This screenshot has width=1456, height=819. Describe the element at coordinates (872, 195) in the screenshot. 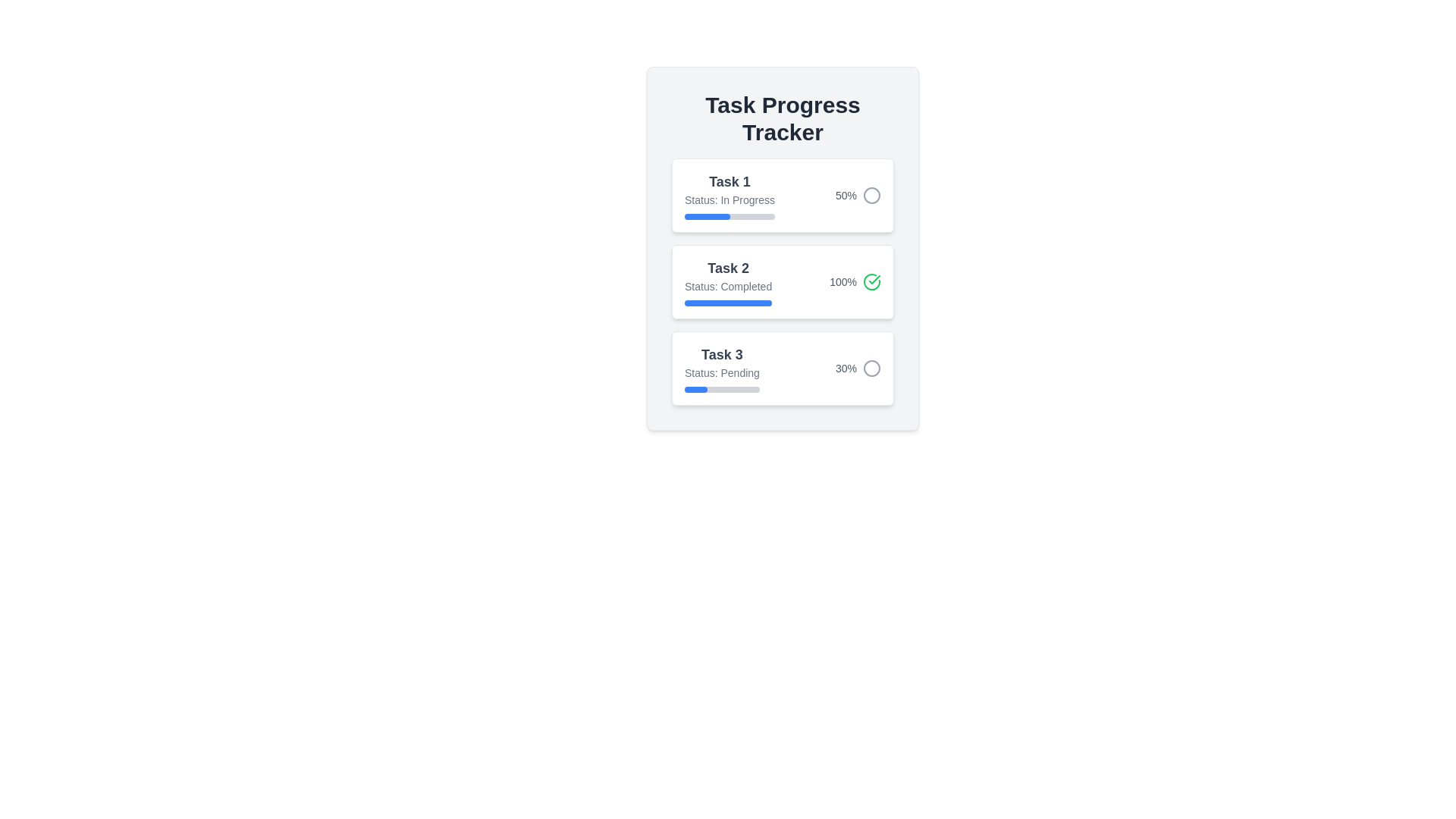

I see `the circular SVG graphic with a gray outline and white inner fill, located in the top-right corner of the first task item's box, next to the '50%' progress percentage` at that location.